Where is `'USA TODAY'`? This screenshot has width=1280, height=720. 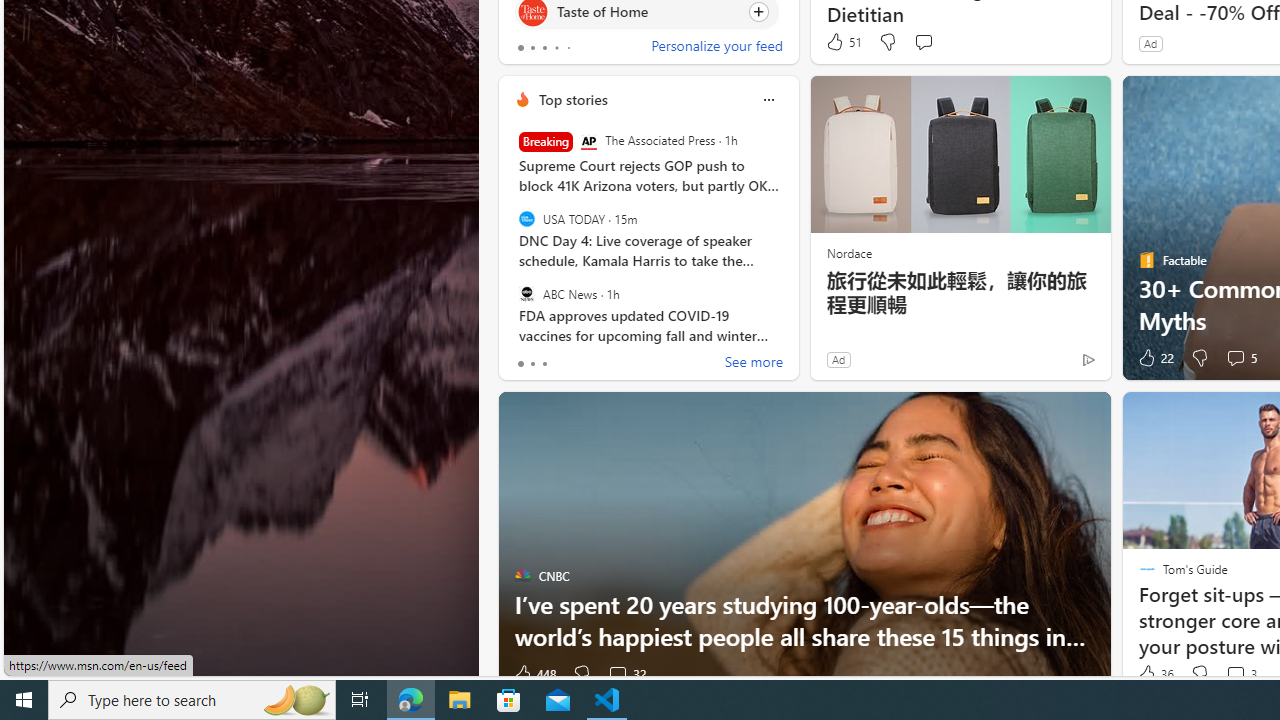
'USA TODAY' is located at coordinates (526, 219).